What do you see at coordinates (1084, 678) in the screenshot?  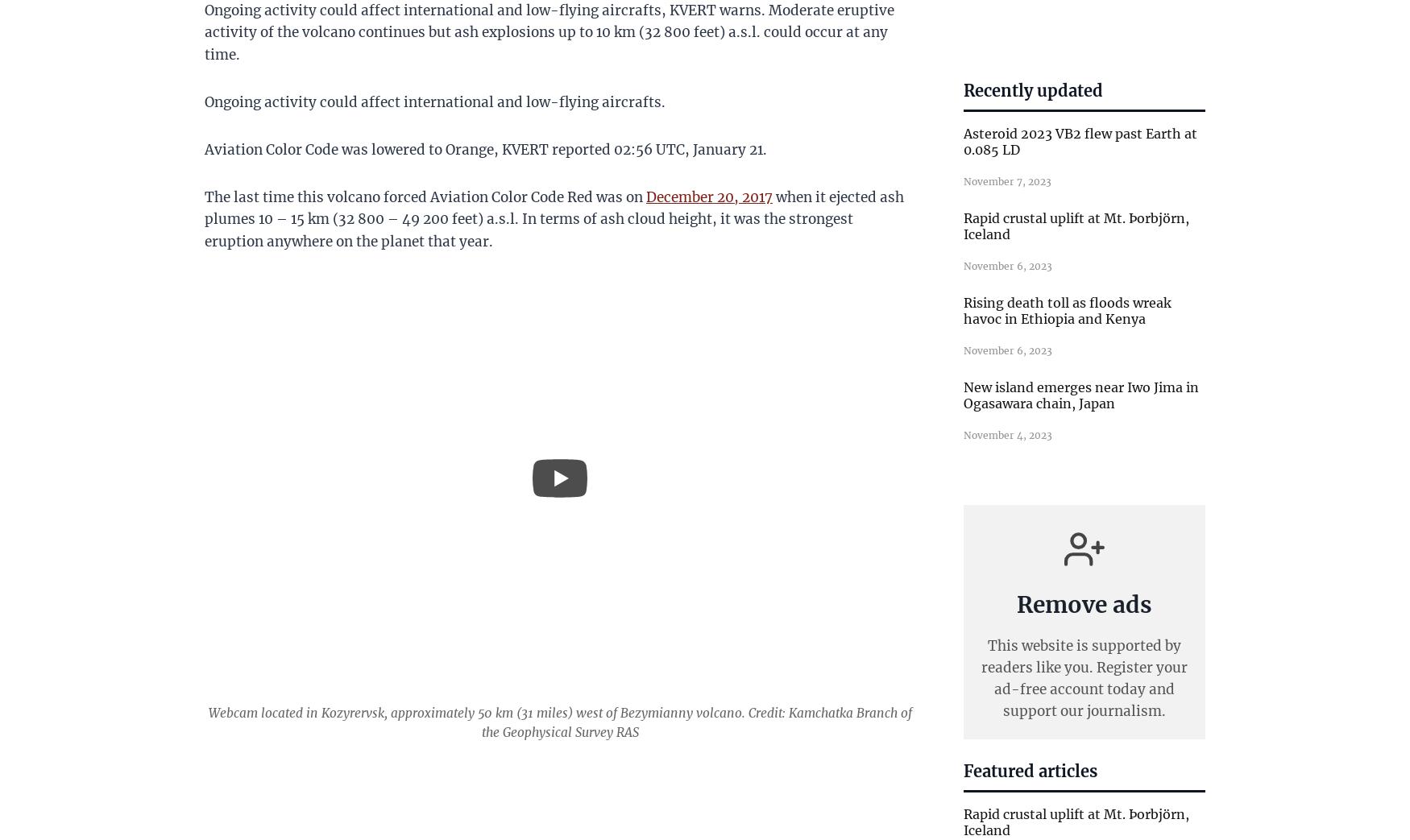 I see `'This website is supported by readers like you. Register your ad-free account today and support our journalism.'` at bounding box center [1084, 678].